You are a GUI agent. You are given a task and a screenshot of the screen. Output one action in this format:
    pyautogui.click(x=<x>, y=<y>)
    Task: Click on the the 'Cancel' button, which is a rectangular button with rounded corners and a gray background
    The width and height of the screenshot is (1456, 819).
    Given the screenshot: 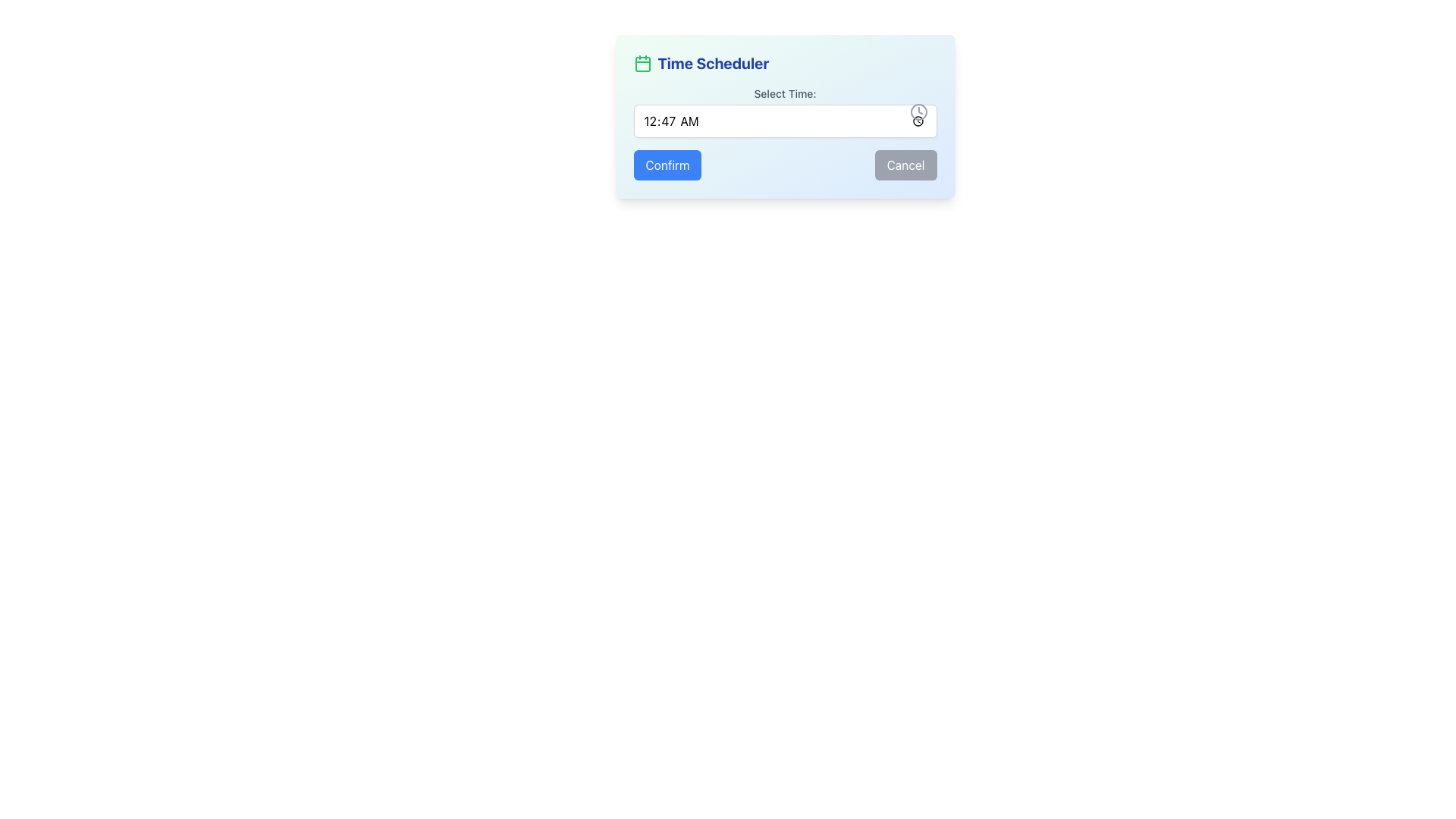 What is the action you would take?
    pyautogui.click(x=905, y=165)
    